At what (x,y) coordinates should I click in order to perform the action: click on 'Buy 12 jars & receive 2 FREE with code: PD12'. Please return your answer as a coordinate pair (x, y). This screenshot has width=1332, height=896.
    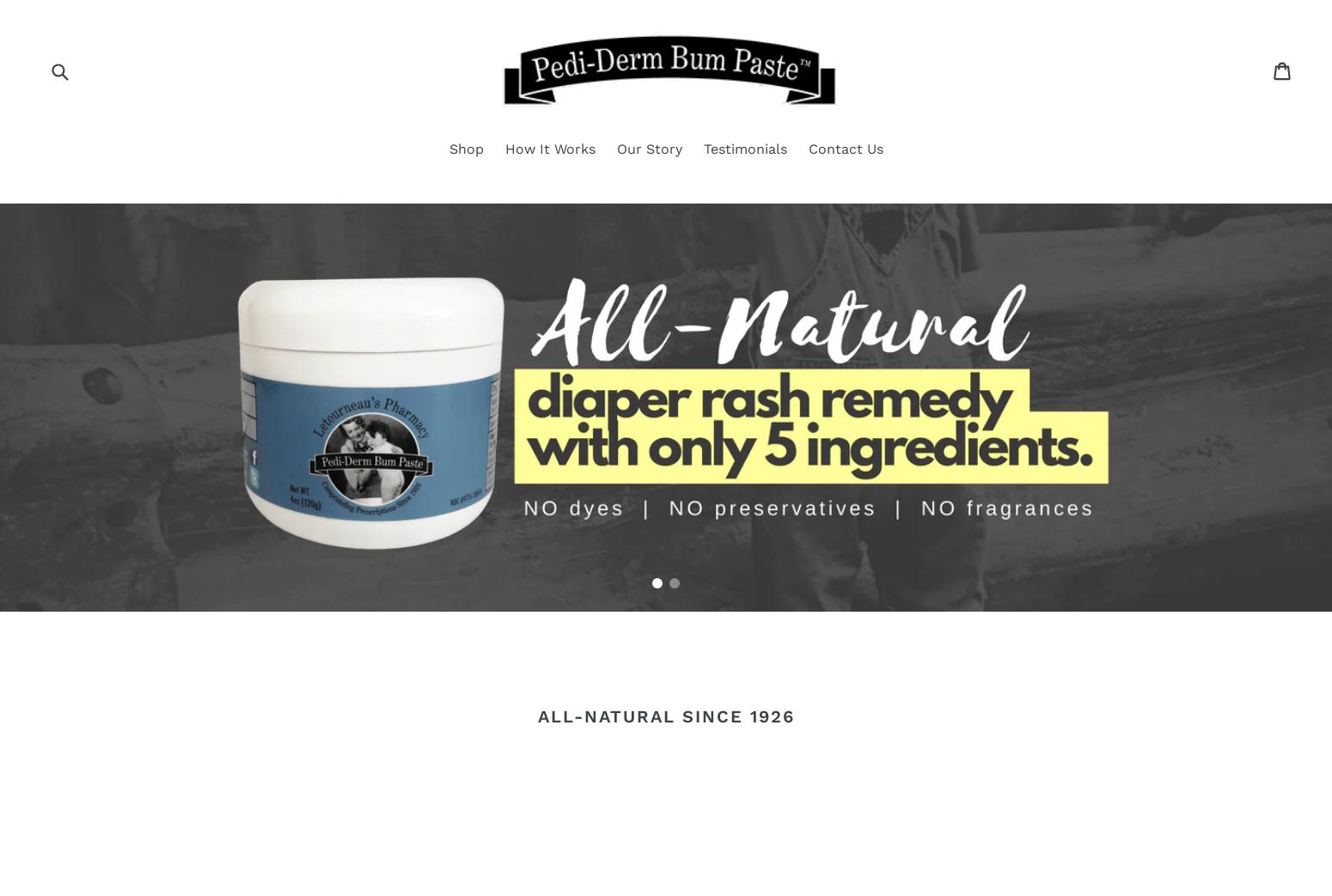
    Looking at the image, I should click on (666, 435).